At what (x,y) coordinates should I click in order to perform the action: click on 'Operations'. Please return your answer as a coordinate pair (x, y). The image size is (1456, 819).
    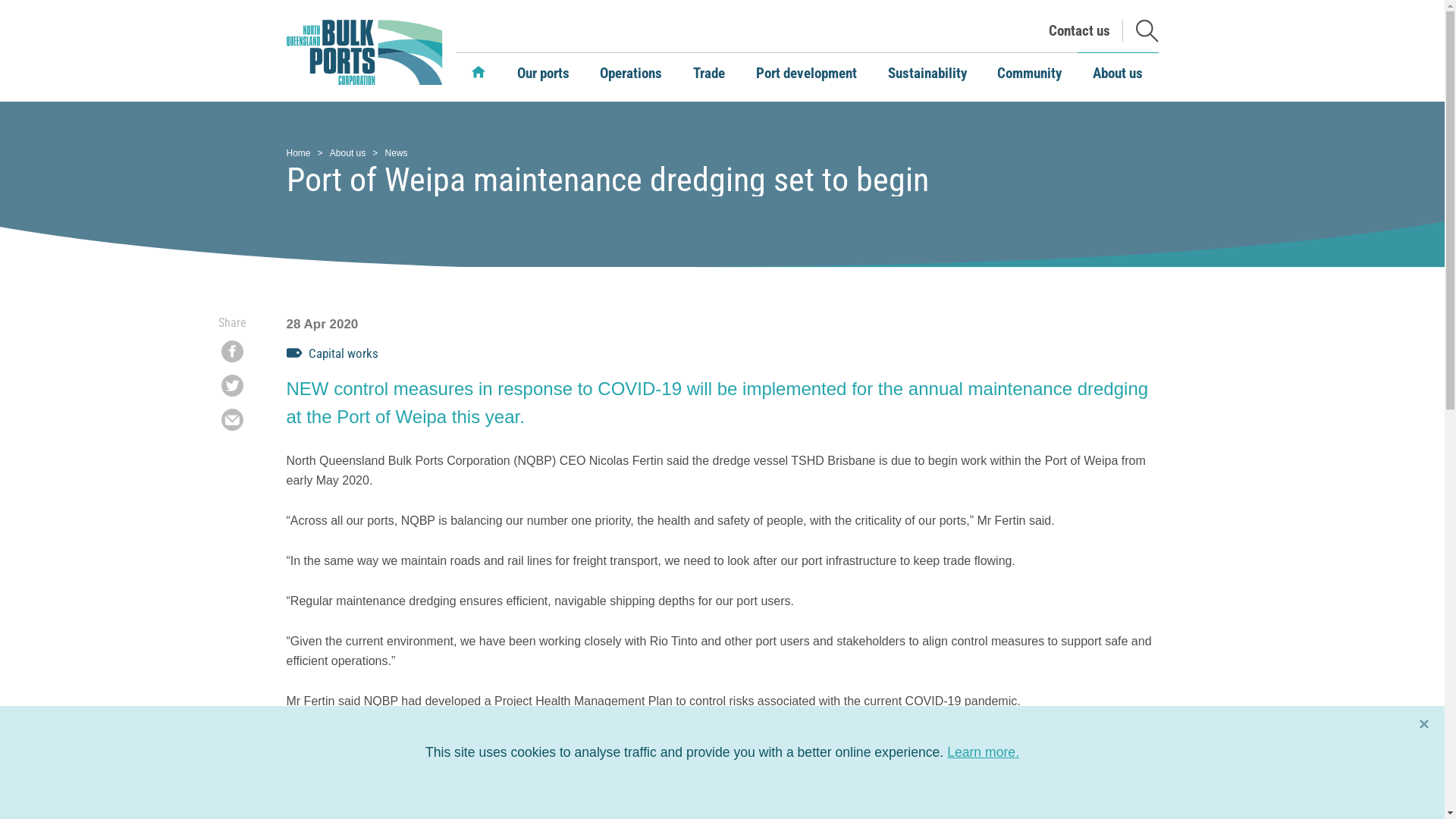
    Looking at the image, I should click on (631, 74).